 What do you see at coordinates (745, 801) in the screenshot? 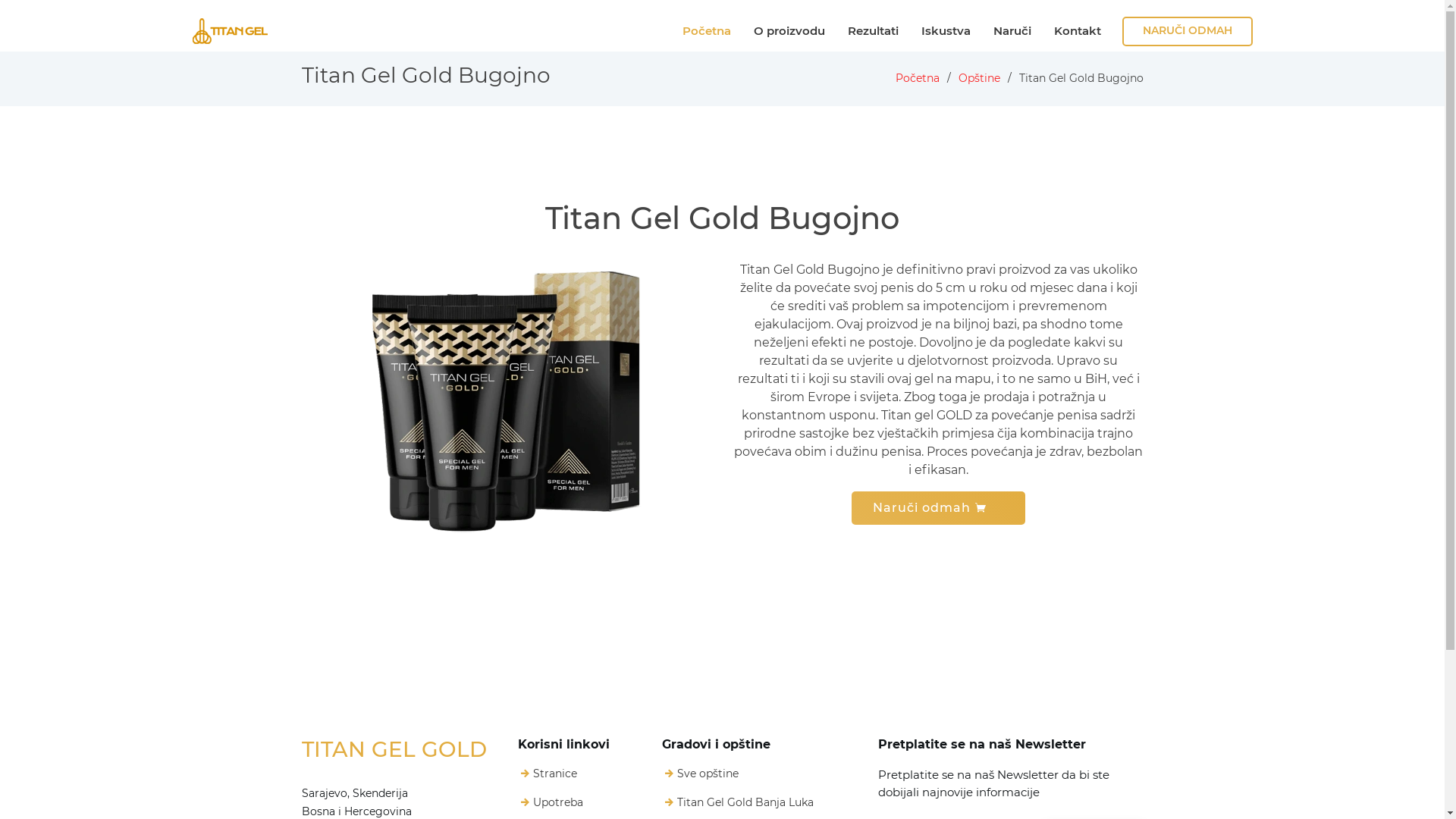
I see `'Titan Gel Gold Banja Luka'` at bounding box center [745, 801].